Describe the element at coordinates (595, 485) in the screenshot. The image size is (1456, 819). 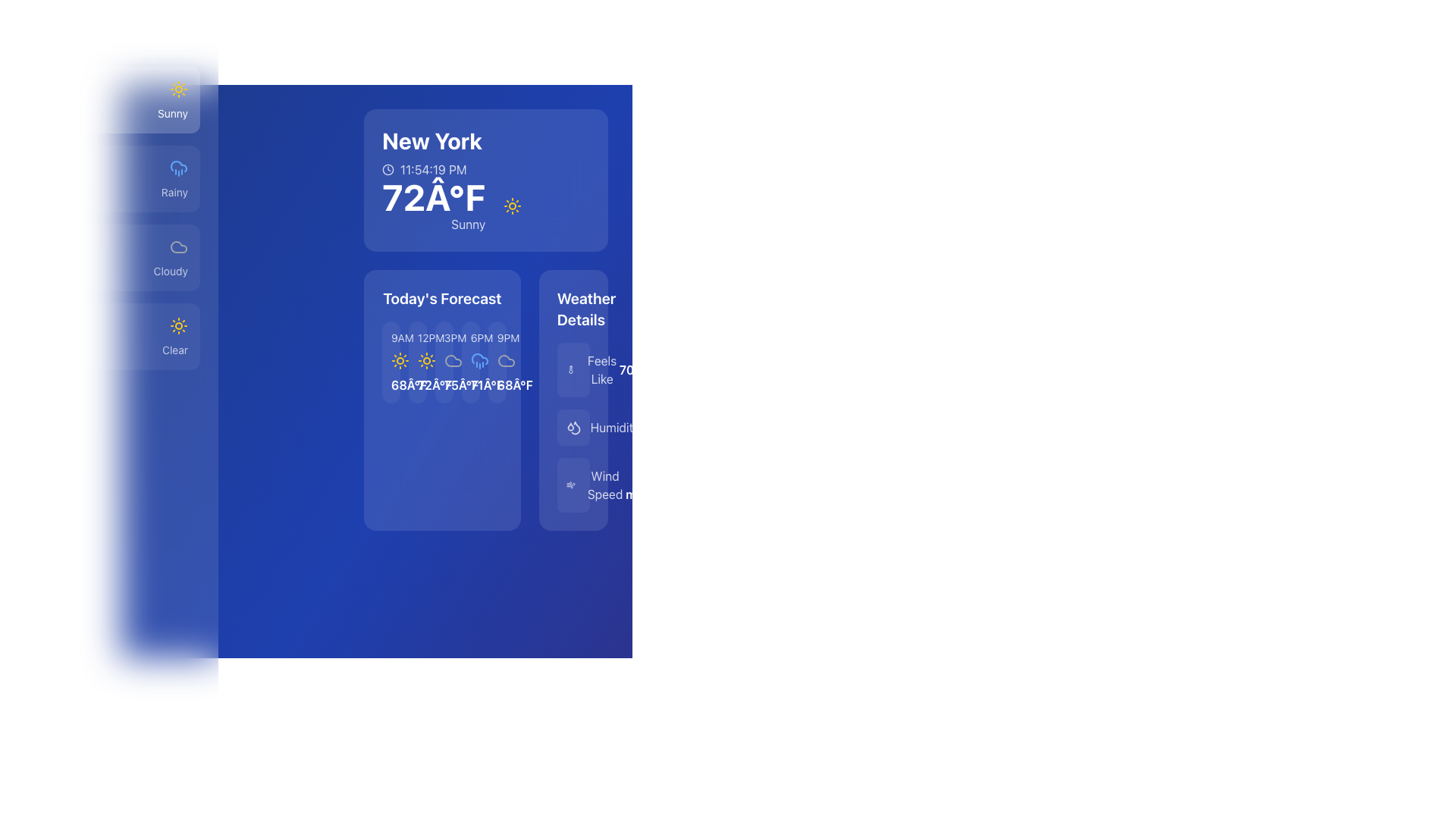
I see `'Wind Speed' label located in the 'Weather Details' panel, positioned below the 'Humidity' information and above the '12 mph' text` at that location.